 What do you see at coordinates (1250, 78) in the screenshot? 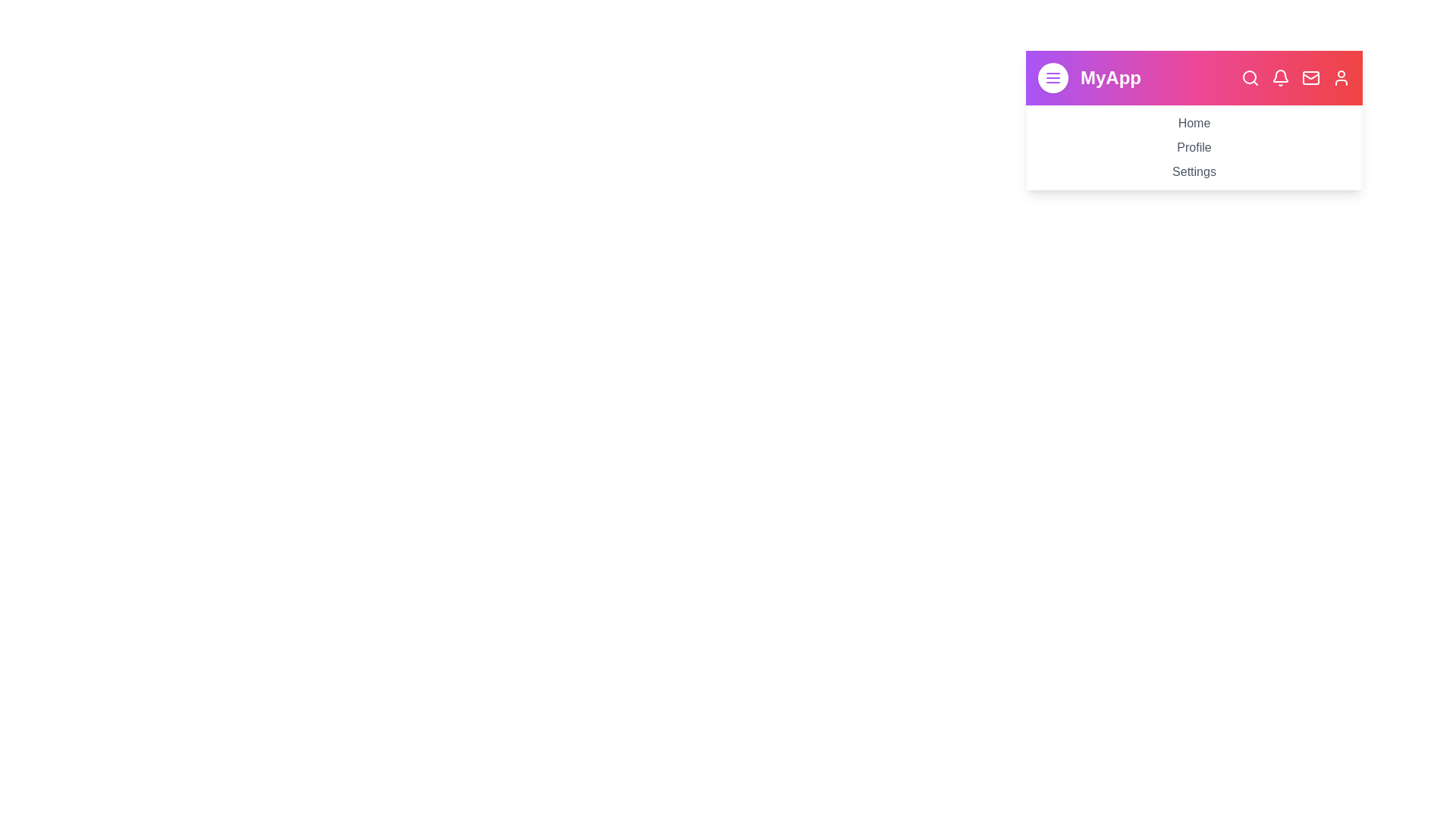
I see `the navigation bar icon corresponding to Search` at bounding box center [1250, 78].